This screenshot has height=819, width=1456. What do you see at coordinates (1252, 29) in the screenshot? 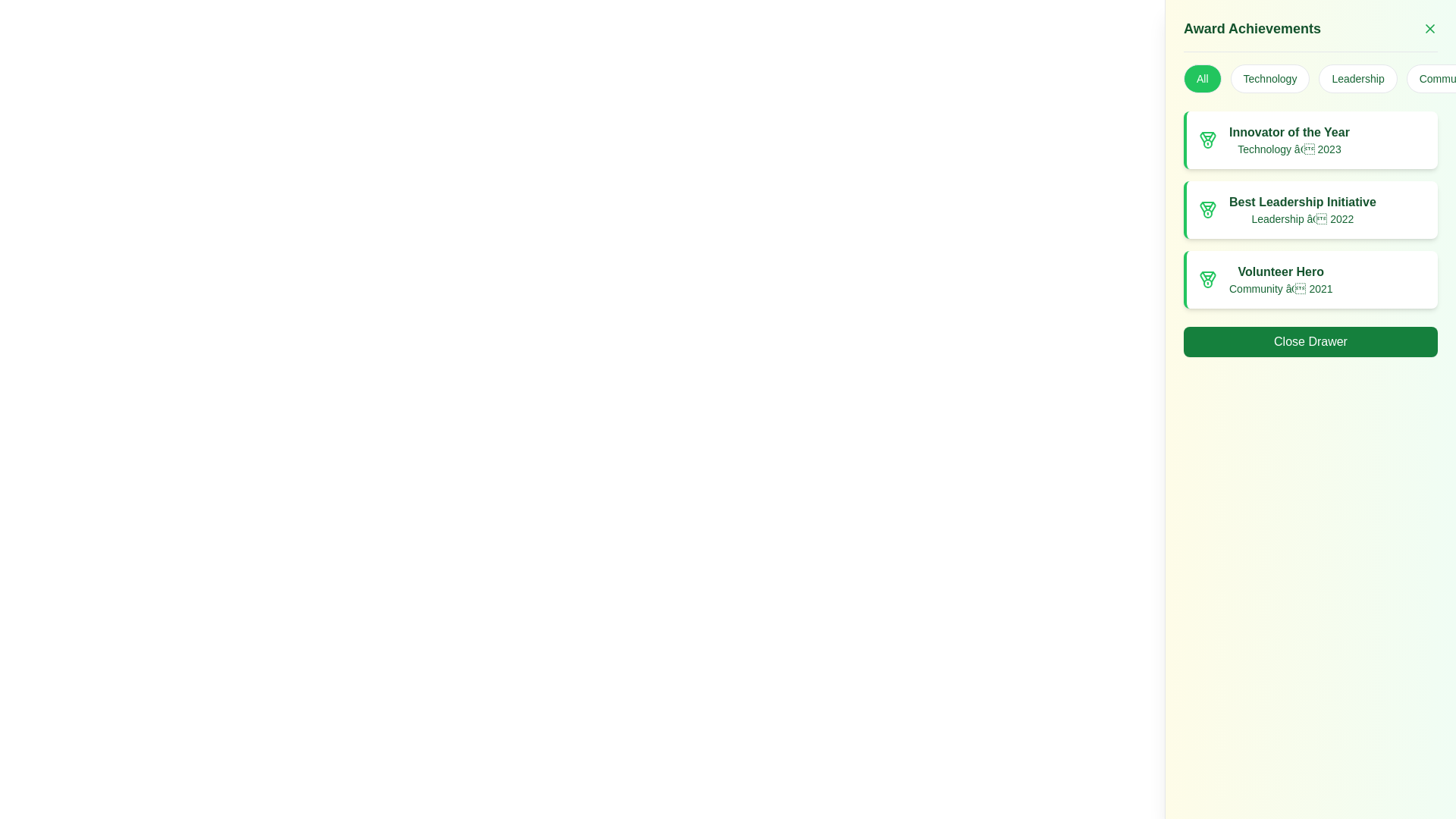
I see `the Text Label that serves as a title for the awards or achievement categories, located at the top-right corner of the interface` at bounding box center [1252, 29].